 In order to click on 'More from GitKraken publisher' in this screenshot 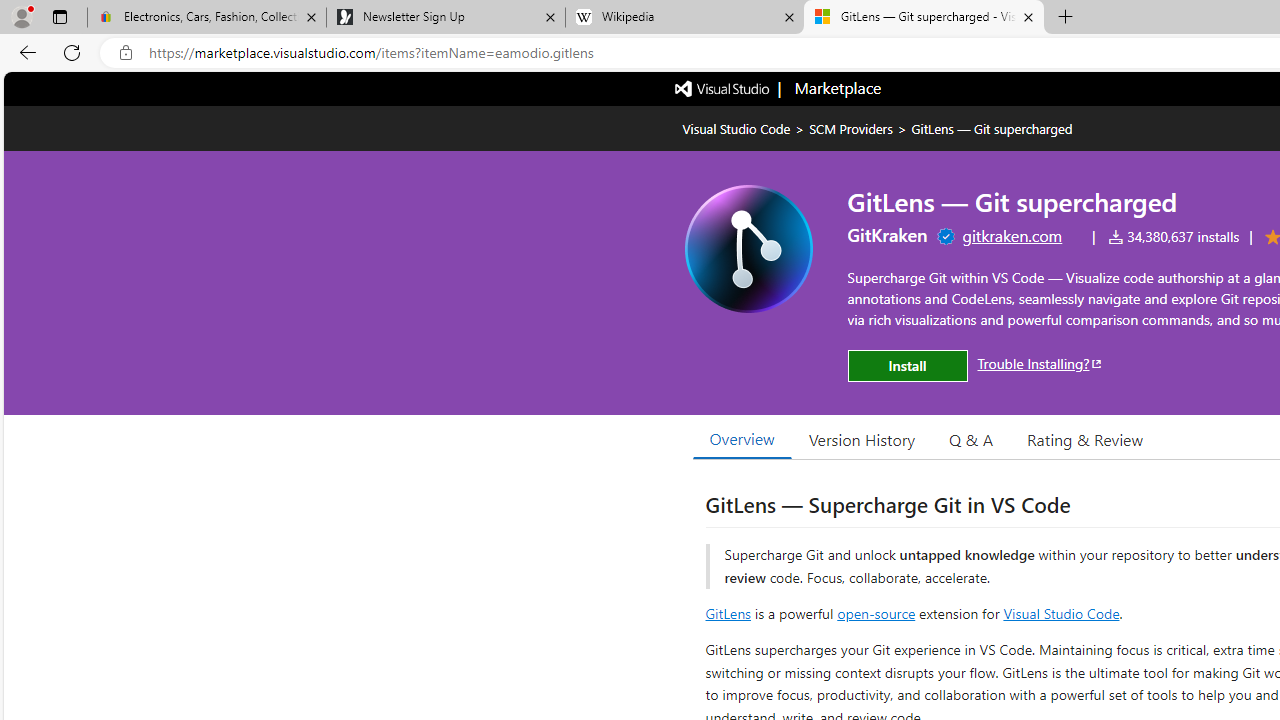, I will do `click(886, 234)`.